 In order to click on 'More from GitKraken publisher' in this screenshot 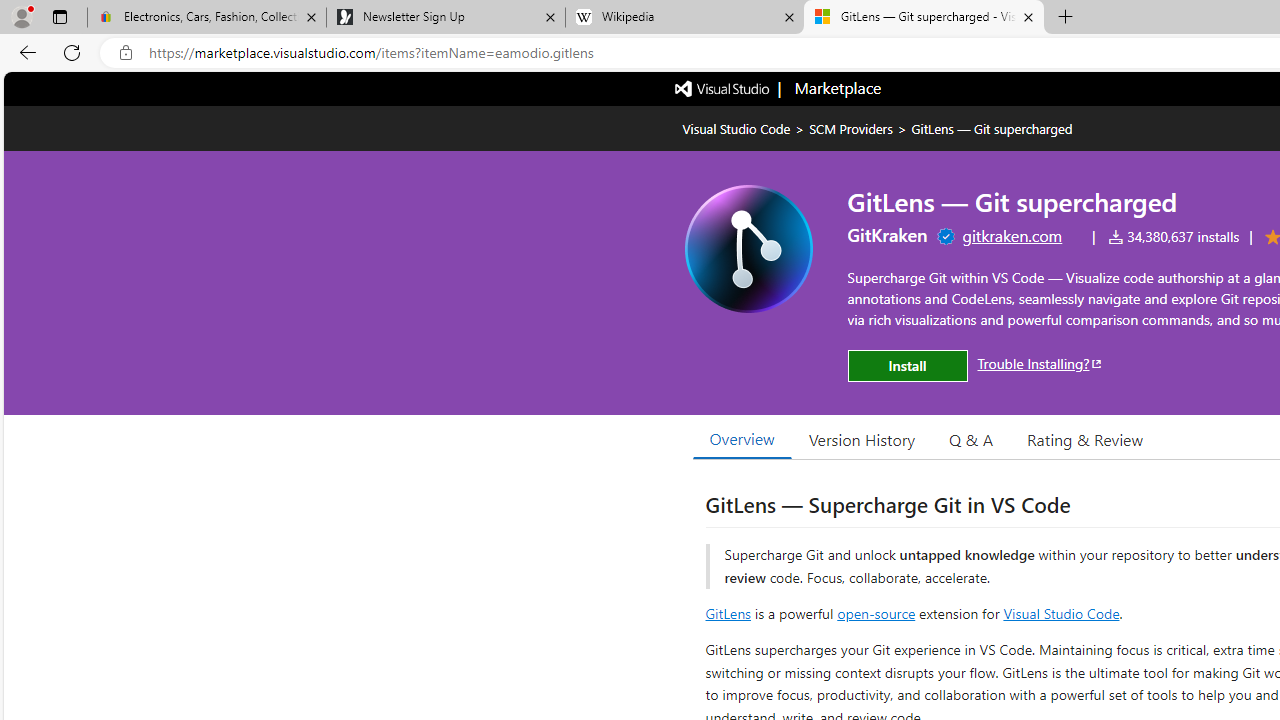, I will do `click(886, 234)`.